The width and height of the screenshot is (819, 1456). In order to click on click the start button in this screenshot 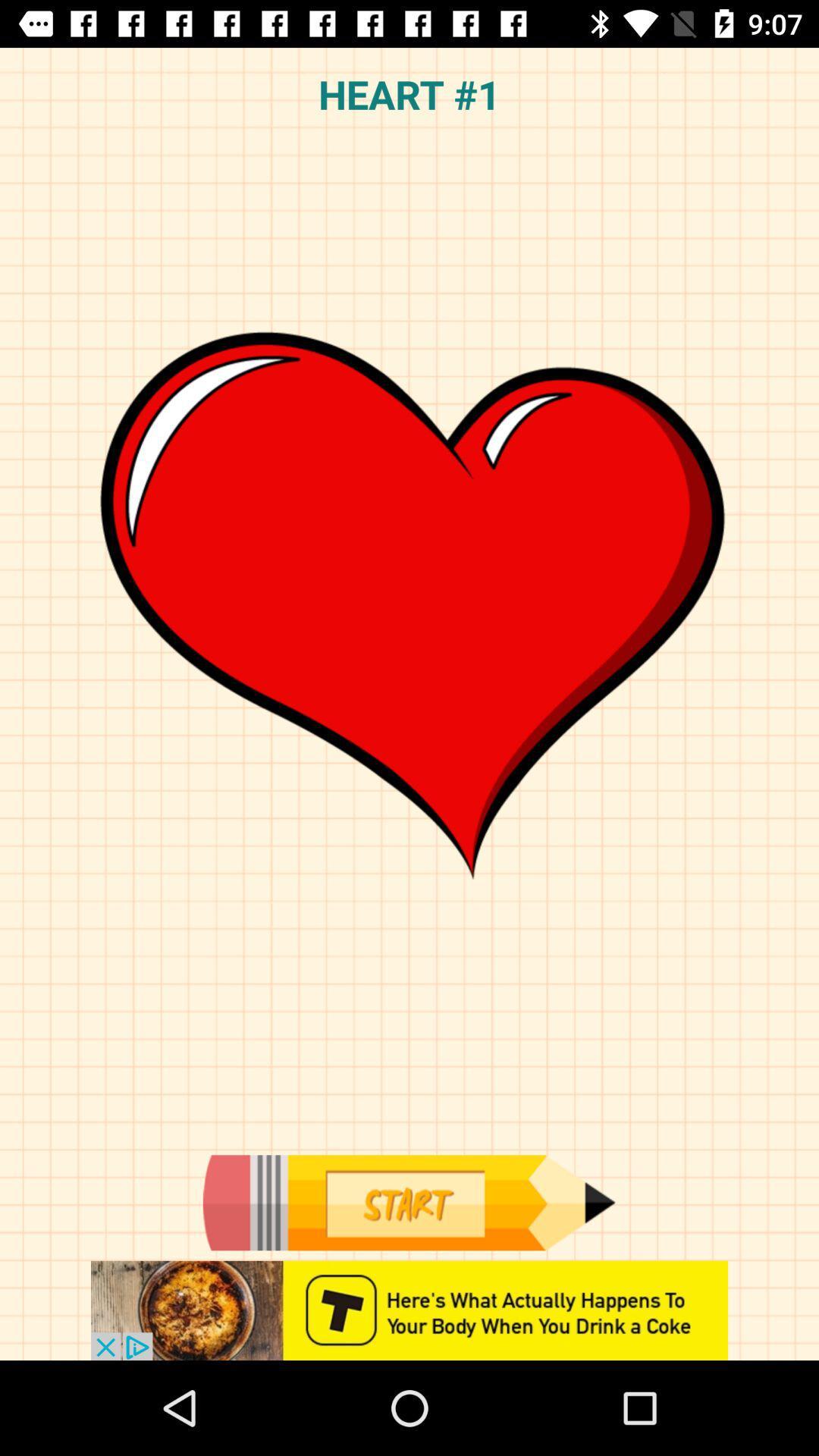, I will do `click(408, 1202)`.